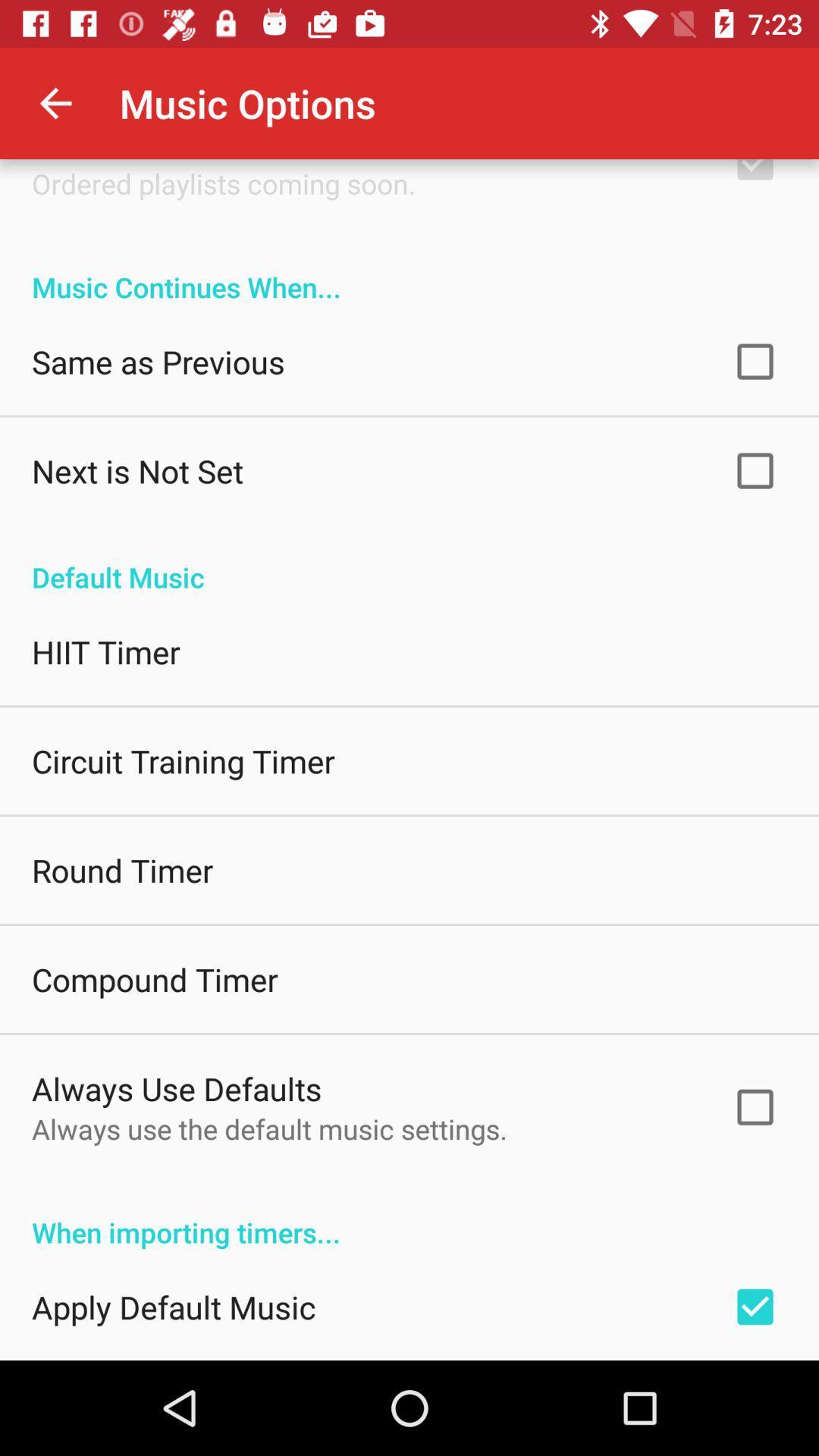 The width and height of the screenshot is (819, 1456). What do you see at coordinates (137, 469) in the screenshot?
I see `the next is not` at bounding box center [137, 469].